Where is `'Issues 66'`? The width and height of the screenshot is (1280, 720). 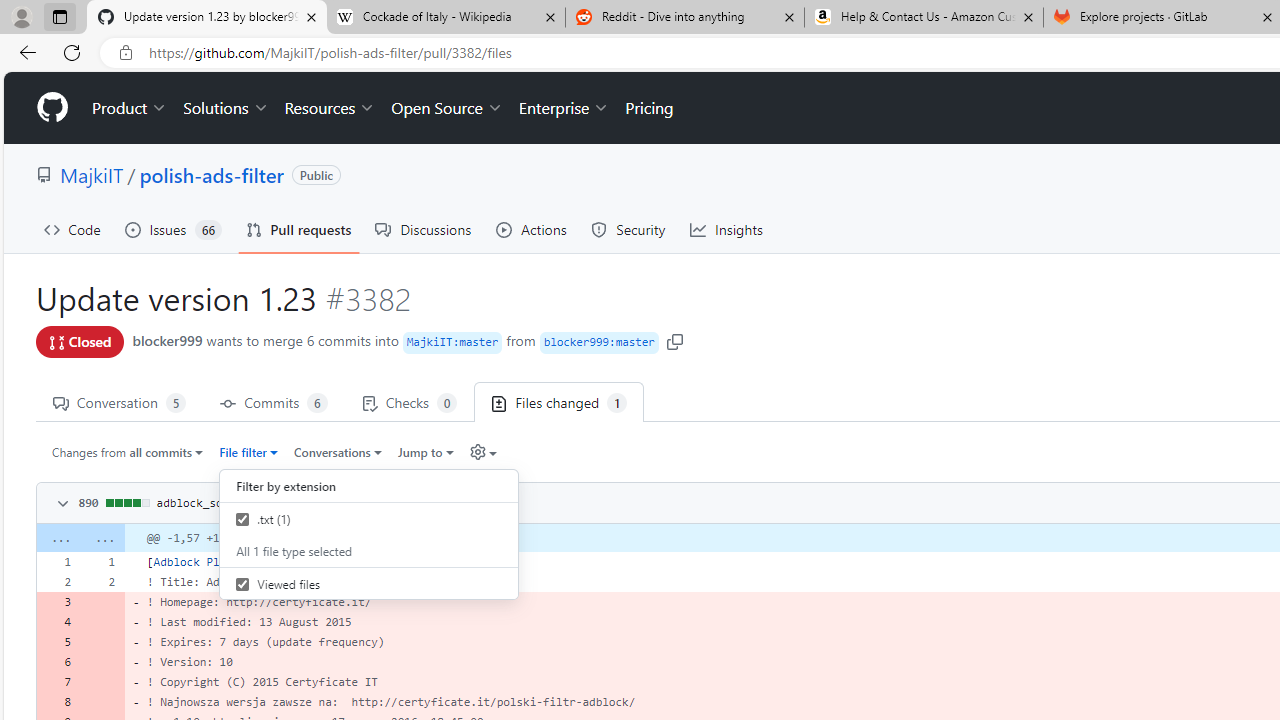 'Issues 66' is located at coordinates (173, 229).